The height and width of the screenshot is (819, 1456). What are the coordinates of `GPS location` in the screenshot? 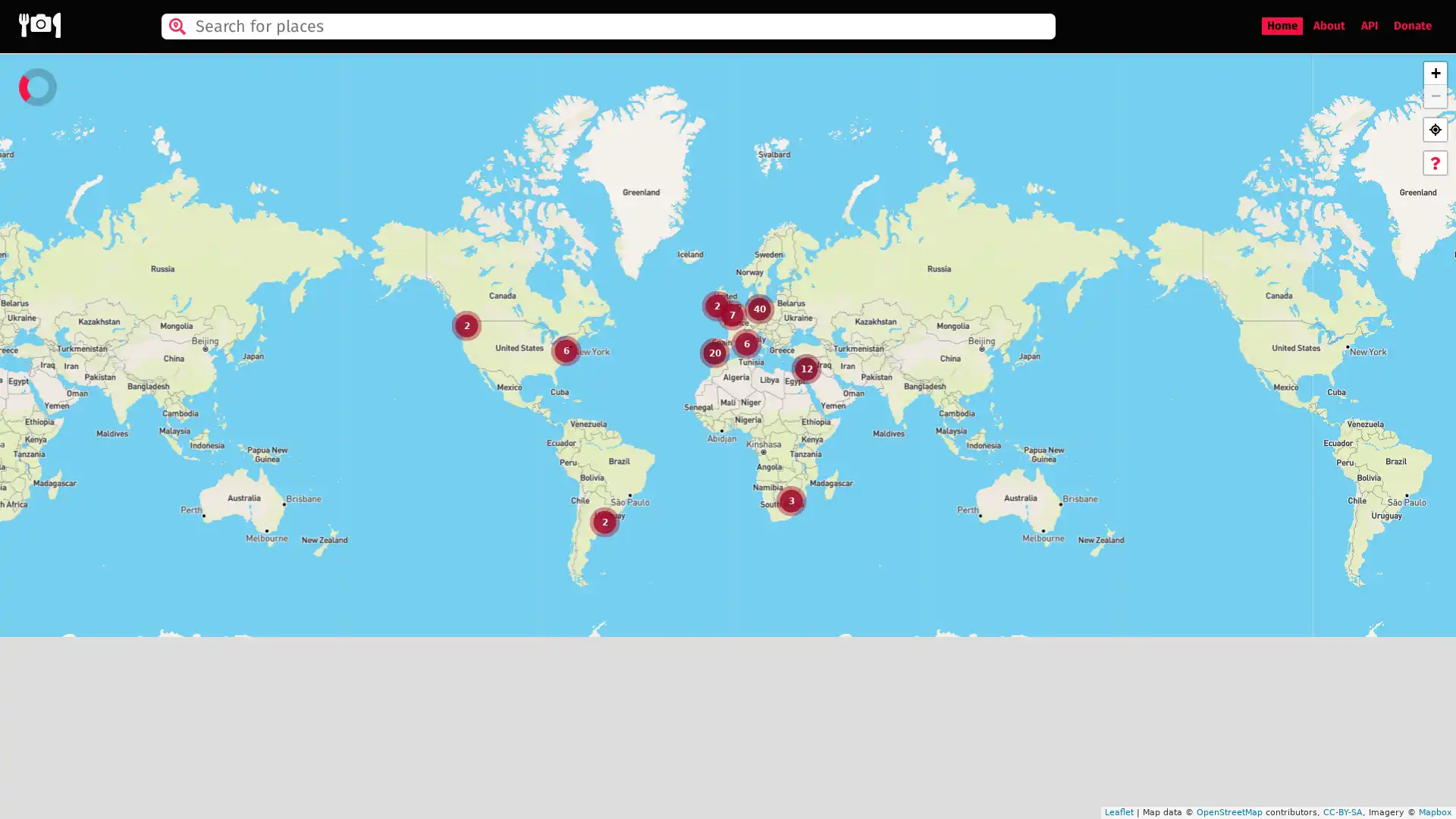 It's located at (1434, 128).